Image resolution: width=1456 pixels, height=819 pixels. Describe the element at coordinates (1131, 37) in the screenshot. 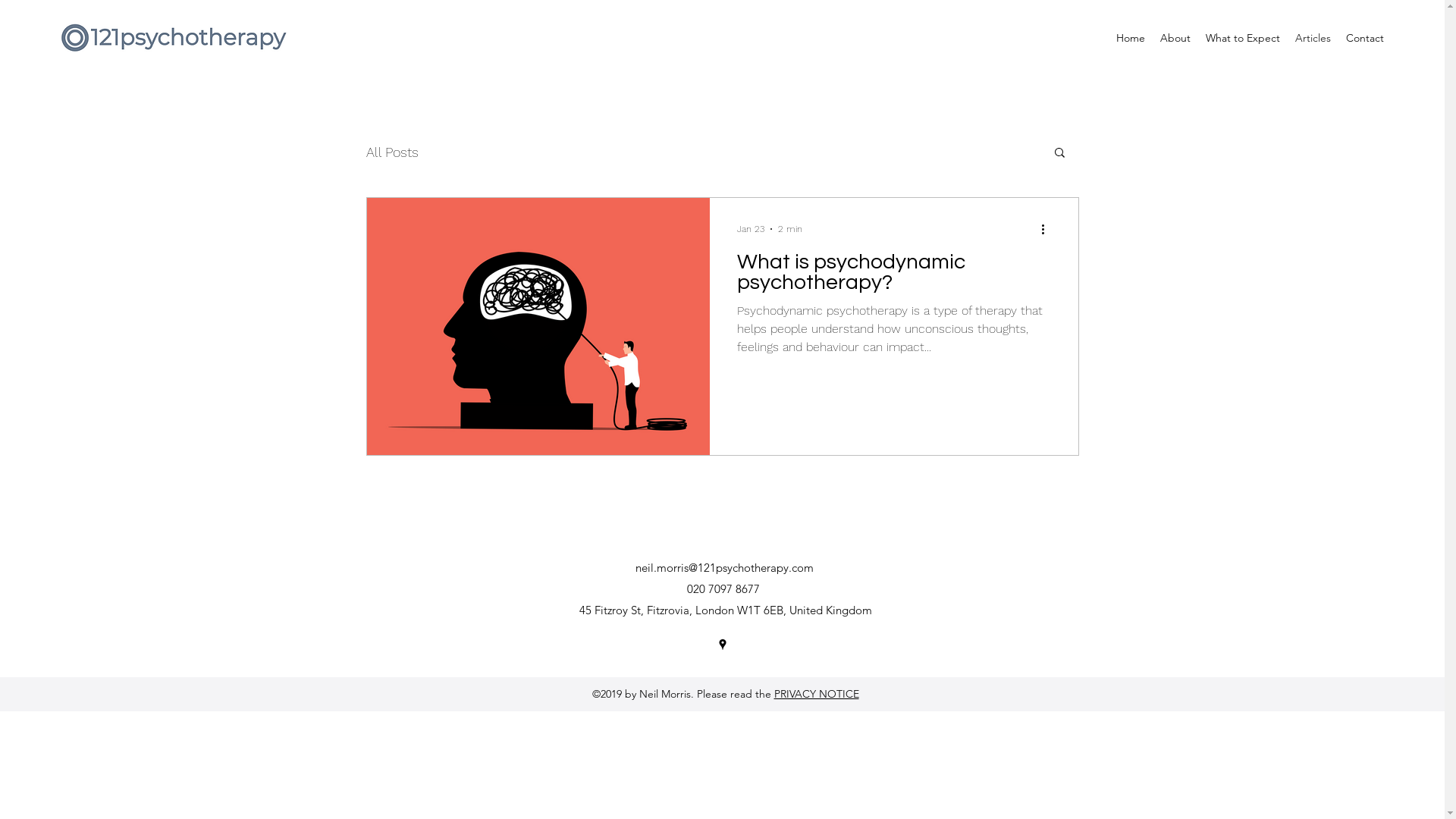

I see `'Home'` at that location.